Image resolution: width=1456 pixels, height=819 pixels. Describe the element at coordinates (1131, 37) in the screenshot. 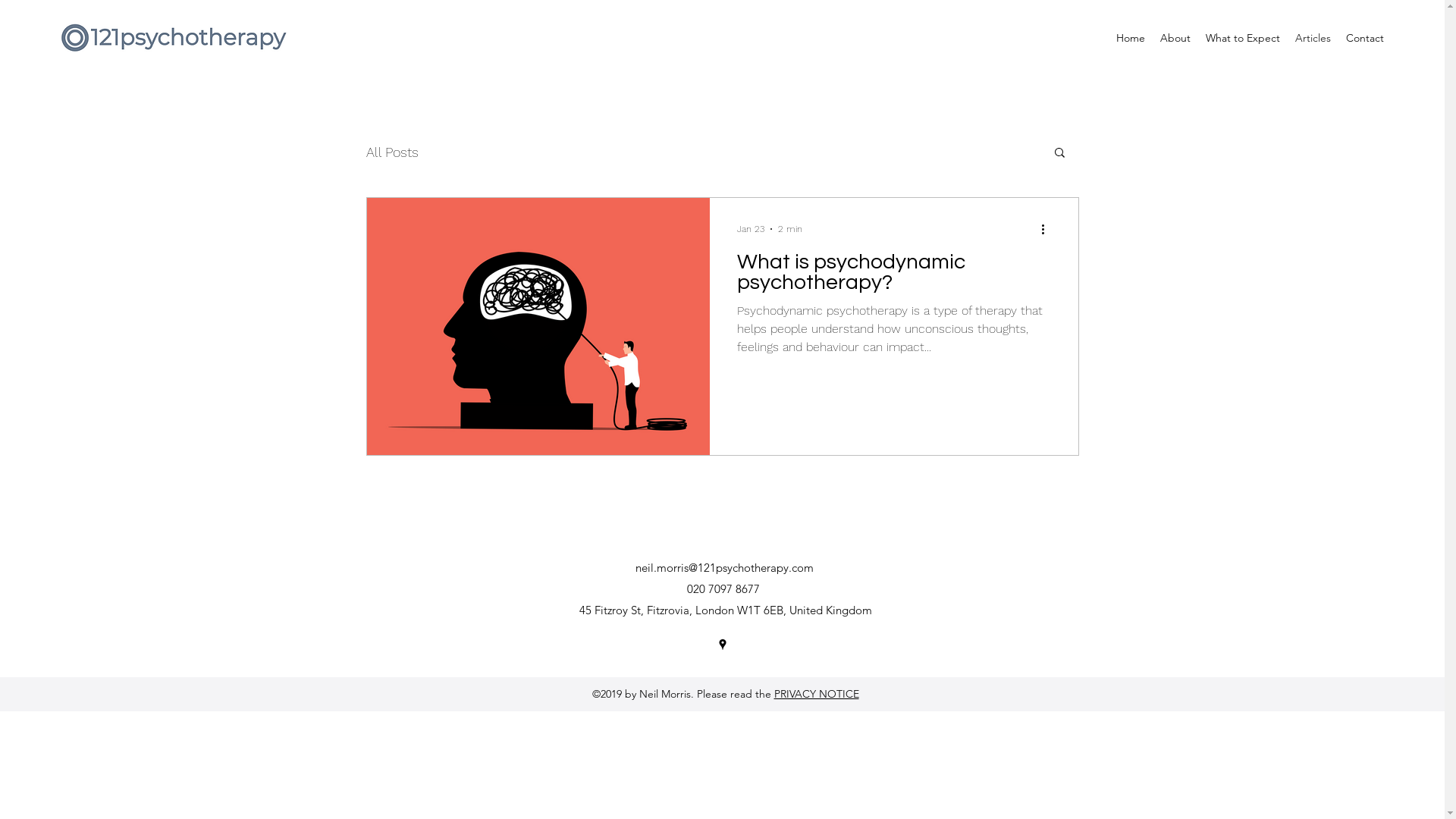

I see `'Home'` at that location.